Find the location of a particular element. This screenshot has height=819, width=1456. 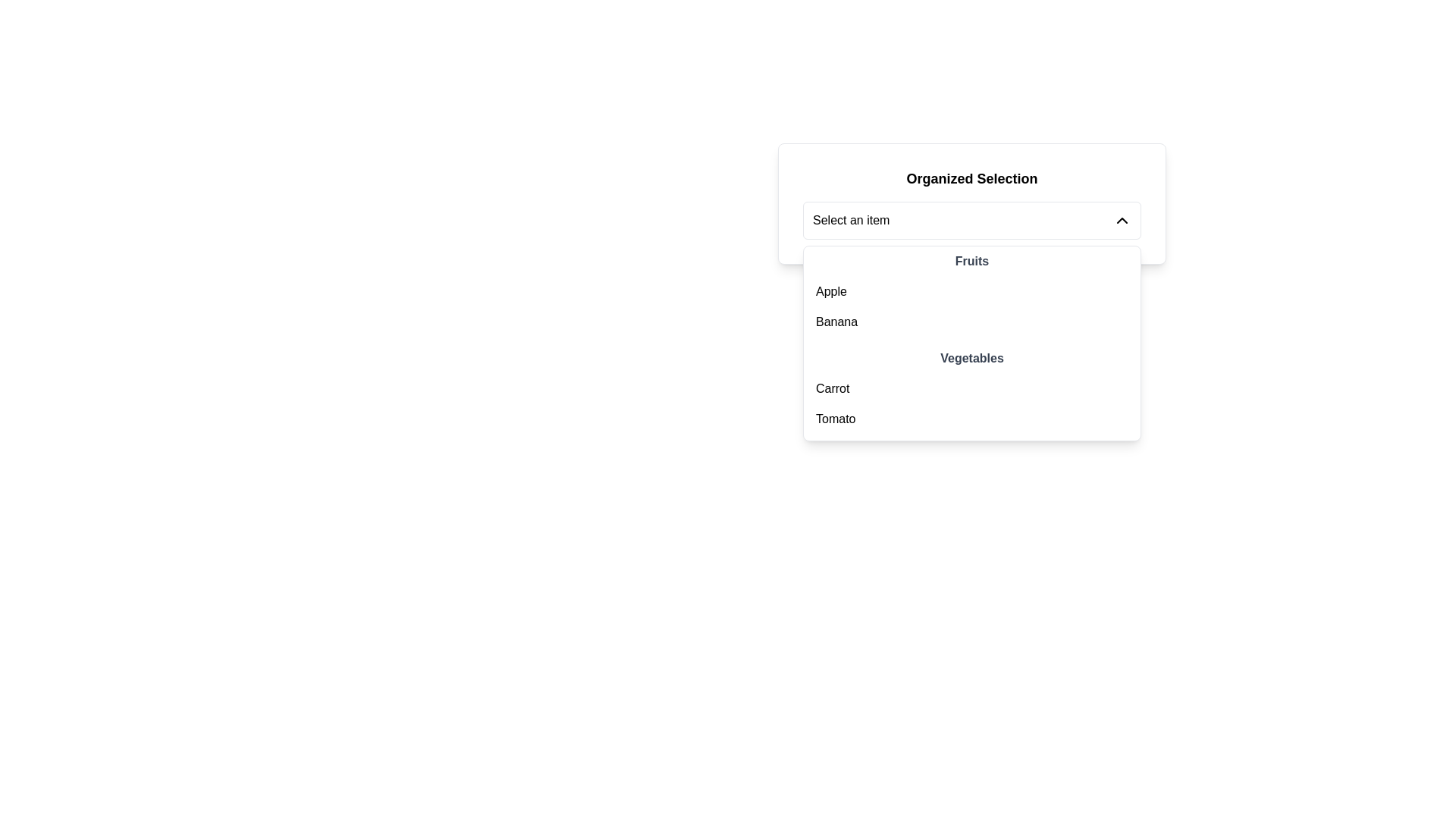

the downward-pointing chevron icon in the dropdown field labeled 'Select an item' is located at coordinates (1122, 220).